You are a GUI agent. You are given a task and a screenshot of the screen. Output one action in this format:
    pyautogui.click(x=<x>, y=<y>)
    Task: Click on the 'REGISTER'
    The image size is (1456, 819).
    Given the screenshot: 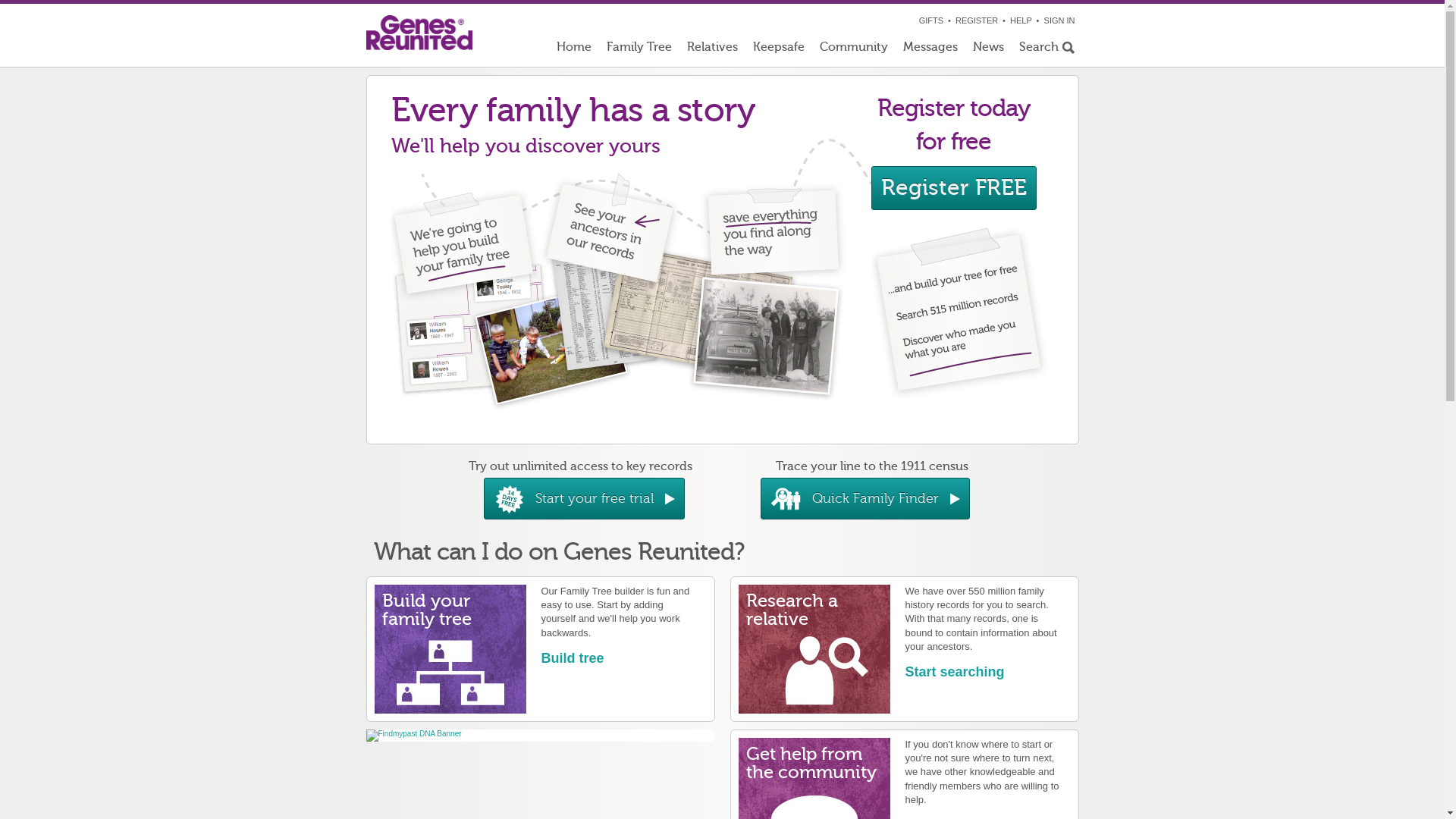 What is the action you would take?
    pyautogui.click(x=954, y=20)
    